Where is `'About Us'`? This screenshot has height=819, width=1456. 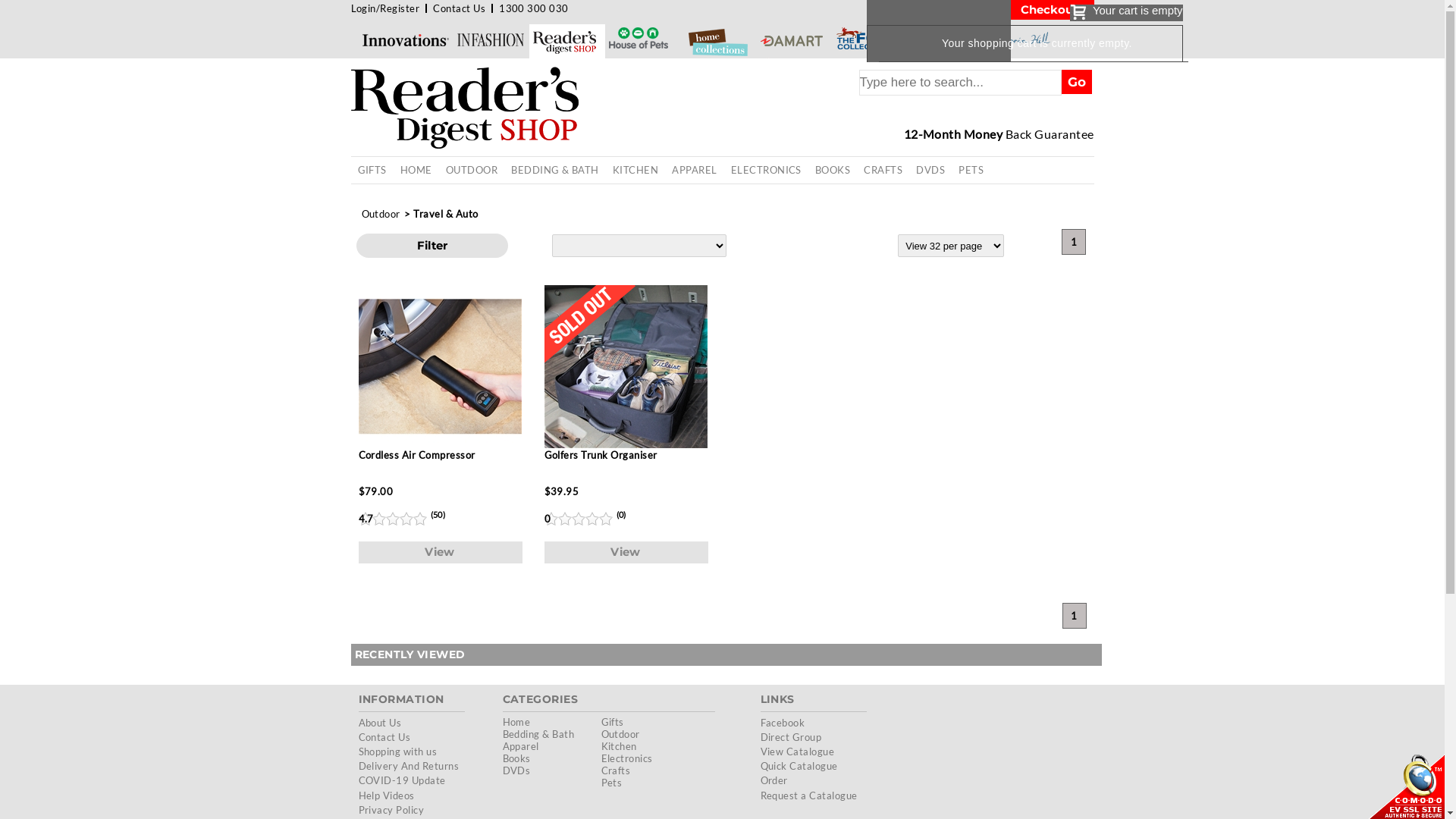 'About Us' is located at coordinates (379, 721).